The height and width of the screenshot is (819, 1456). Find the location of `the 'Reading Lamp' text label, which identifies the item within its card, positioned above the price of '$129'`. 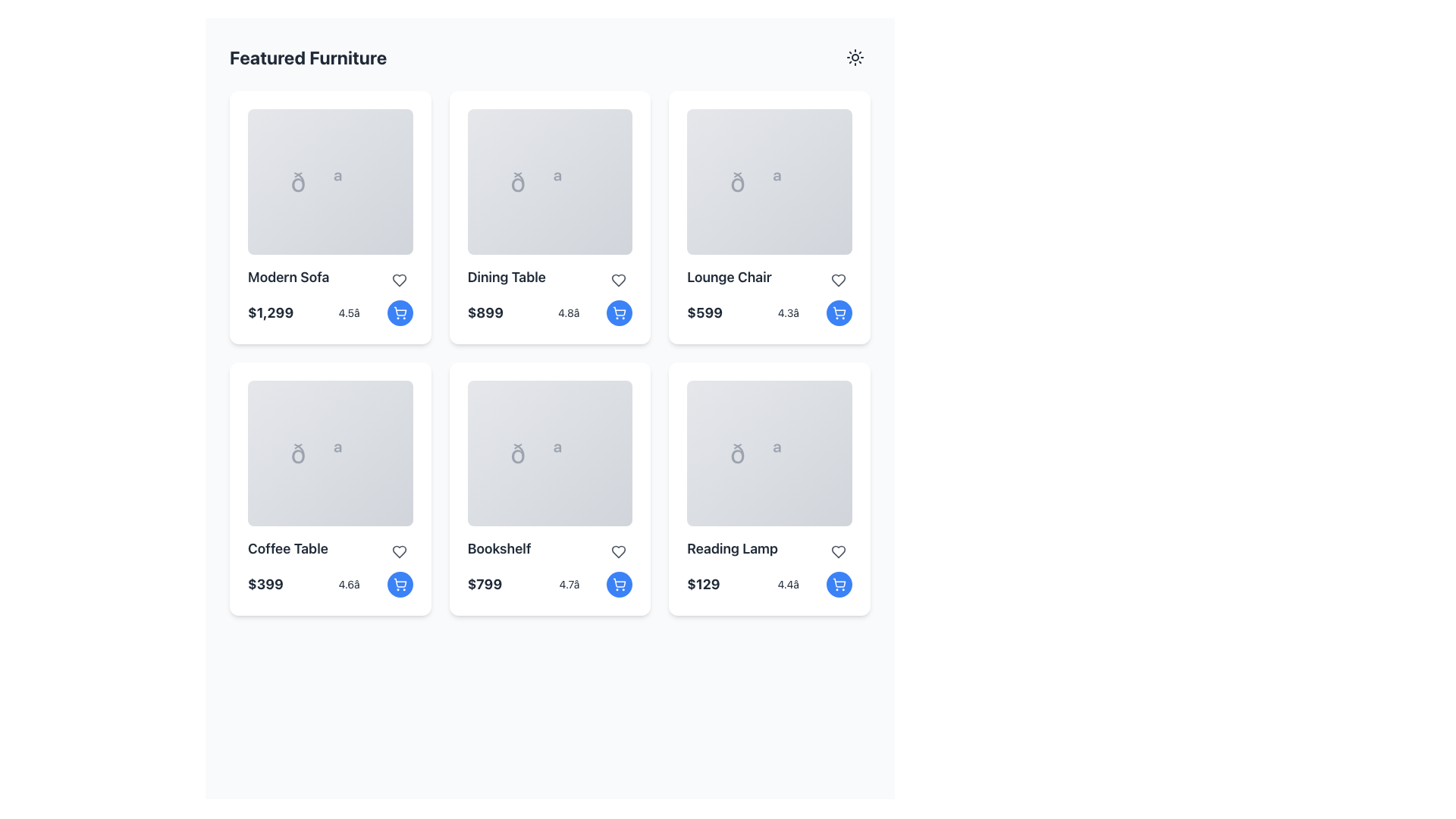

the 'Reading Lamp' text label, which identifies the item within its card, positioned above the price of '$129' is located at coordinates (770, 552).